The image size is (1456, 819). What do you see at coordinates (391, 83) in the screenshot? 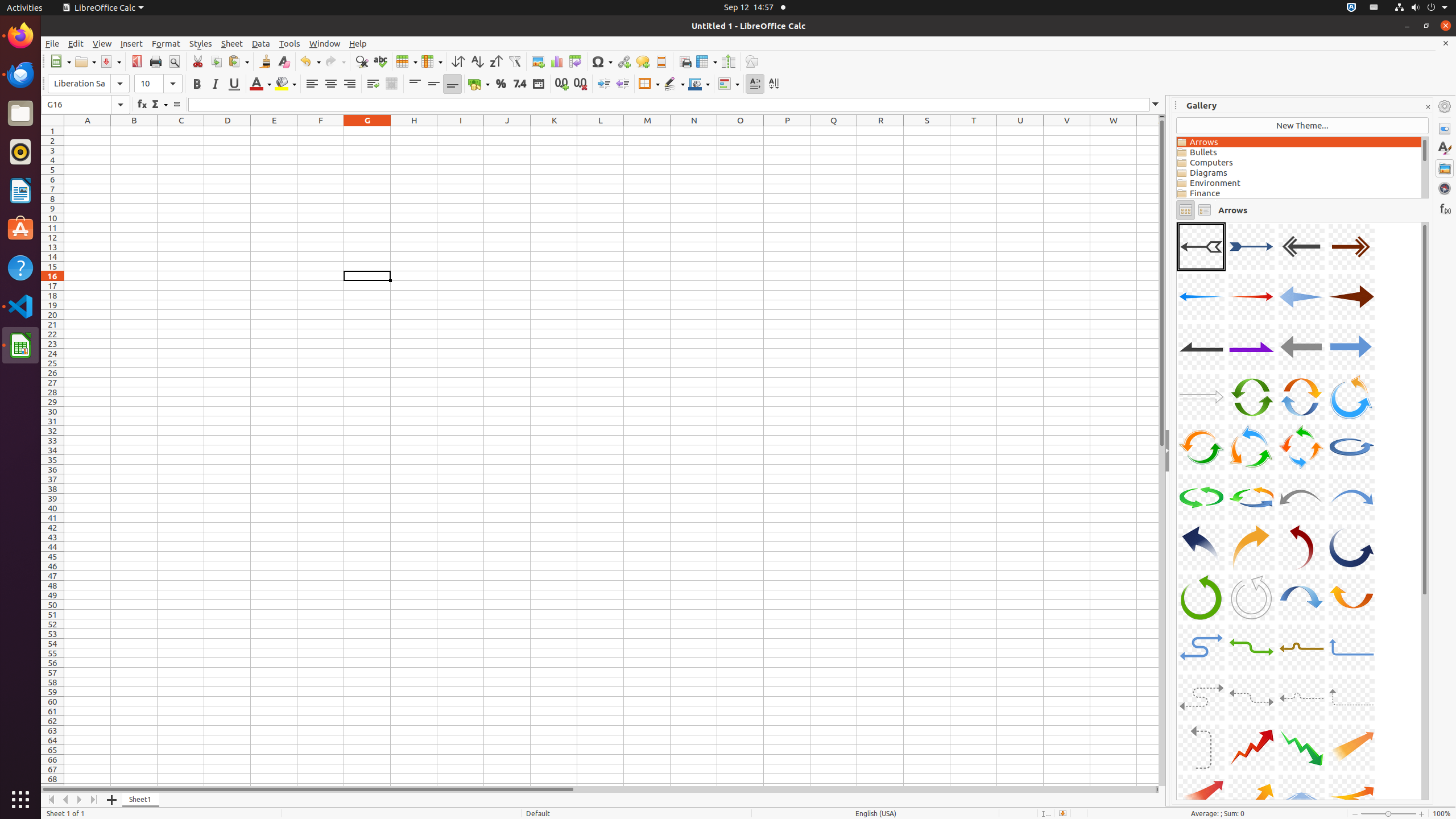
I see `'Merge and Center Cells'` at bounding box center [391, 83].